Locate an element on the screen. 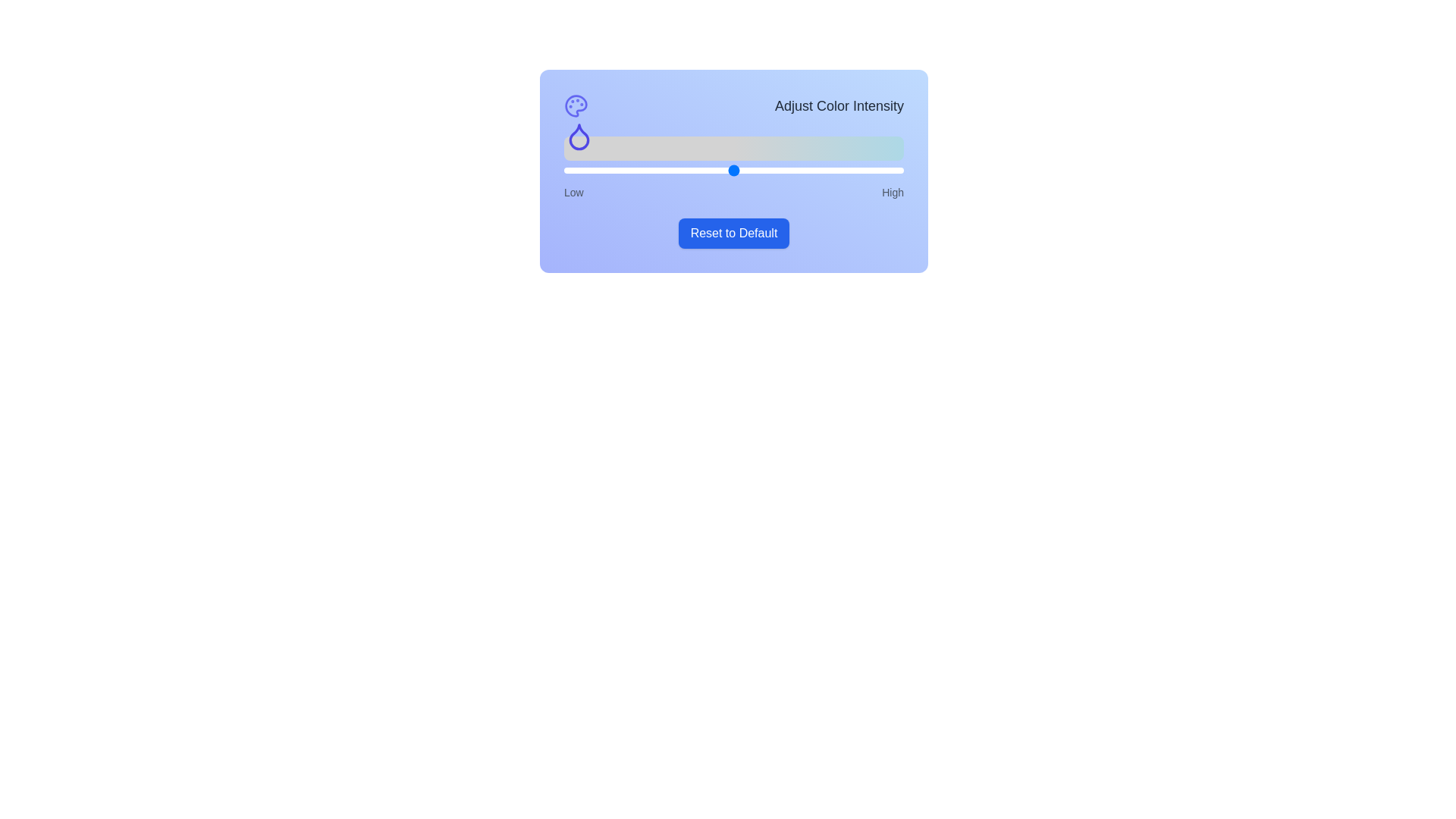 The width and height of the screenshot is (1456, 819). the slider to set the color intensity to 52 is located at coordinates (740, 170).